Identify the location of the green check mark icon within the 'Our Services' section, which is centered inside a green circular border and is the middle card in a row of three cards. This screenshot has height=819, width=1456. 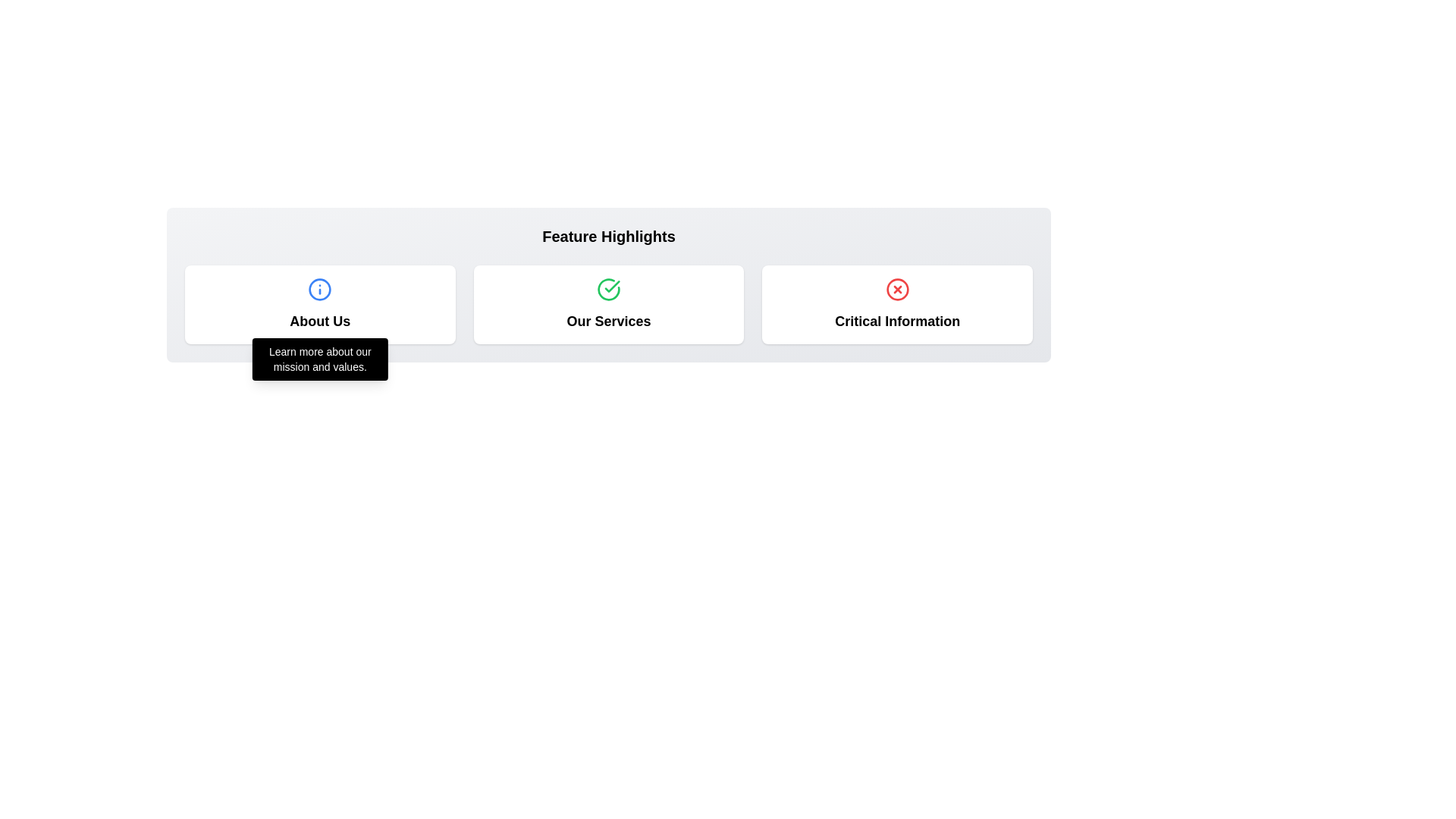
(612, 287).